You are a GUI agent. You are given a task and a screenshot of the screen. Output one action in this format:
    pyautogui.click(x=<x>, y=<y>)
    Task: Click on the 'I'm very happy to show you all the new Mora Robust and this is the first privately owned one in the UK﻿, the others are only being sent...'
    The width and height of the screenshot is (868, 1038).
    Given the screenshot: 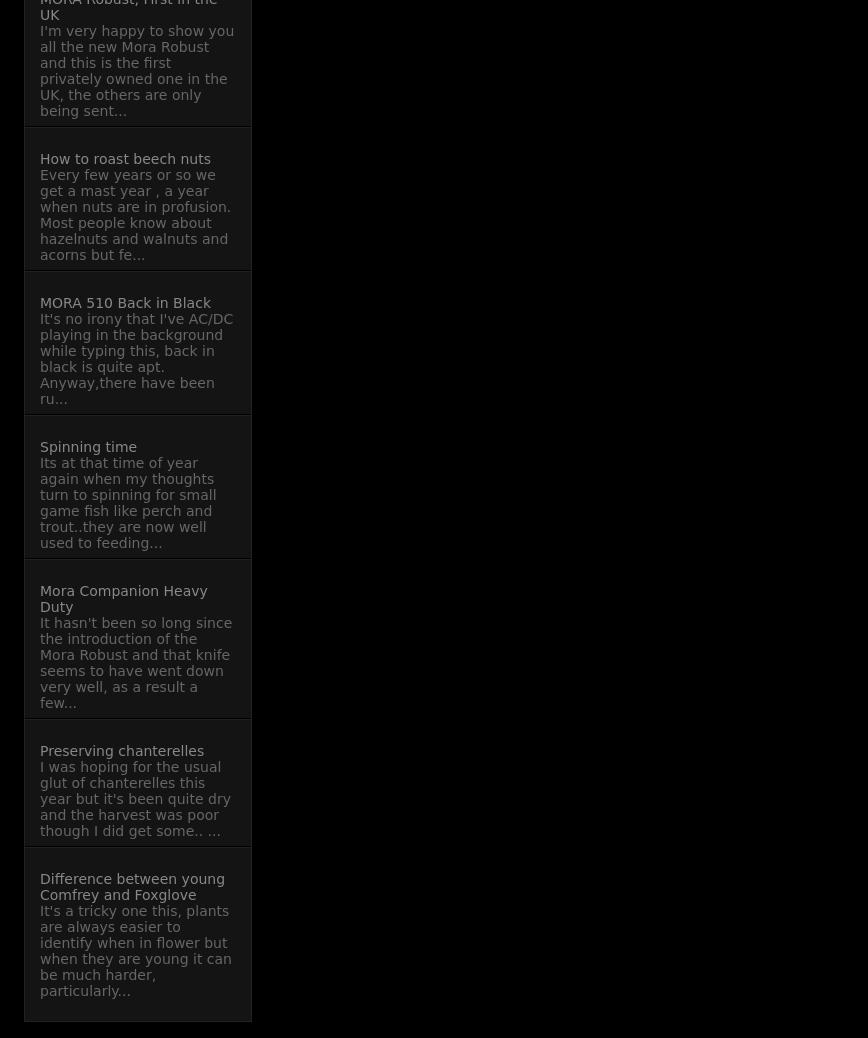 What is the action you would take?
    pyautogui.click(x=136, y=69)
    